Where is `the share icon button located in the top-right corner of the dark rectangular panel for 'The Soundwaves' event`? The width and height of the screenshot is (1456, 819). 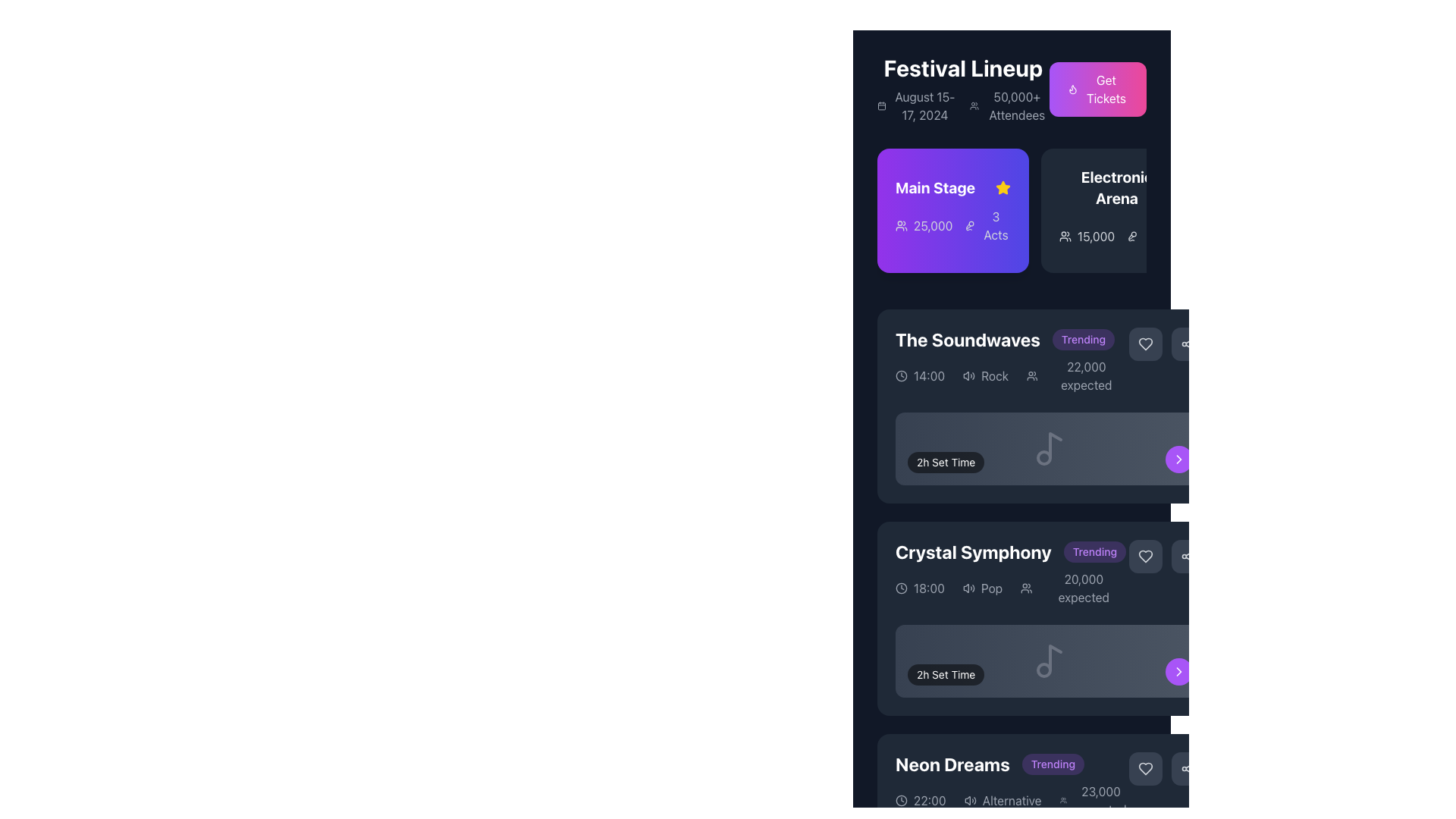
the share icon button located in the top-right corner of the dark rectangular panel for 'The Soundwaves' event is located at coordinates (1187, 344).